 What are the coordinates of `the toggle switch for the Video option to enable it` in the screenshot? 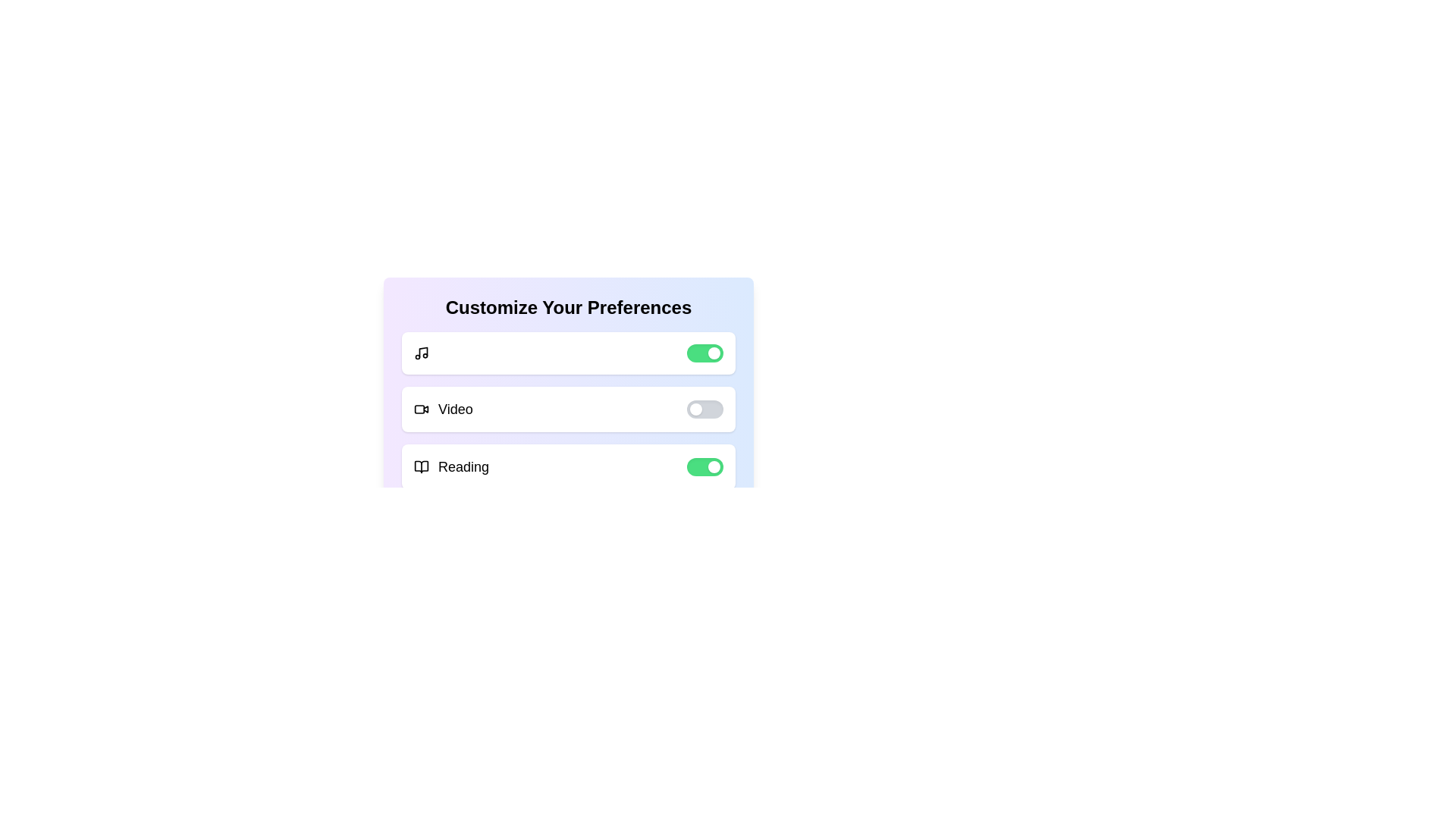 It's located at (704, 409).